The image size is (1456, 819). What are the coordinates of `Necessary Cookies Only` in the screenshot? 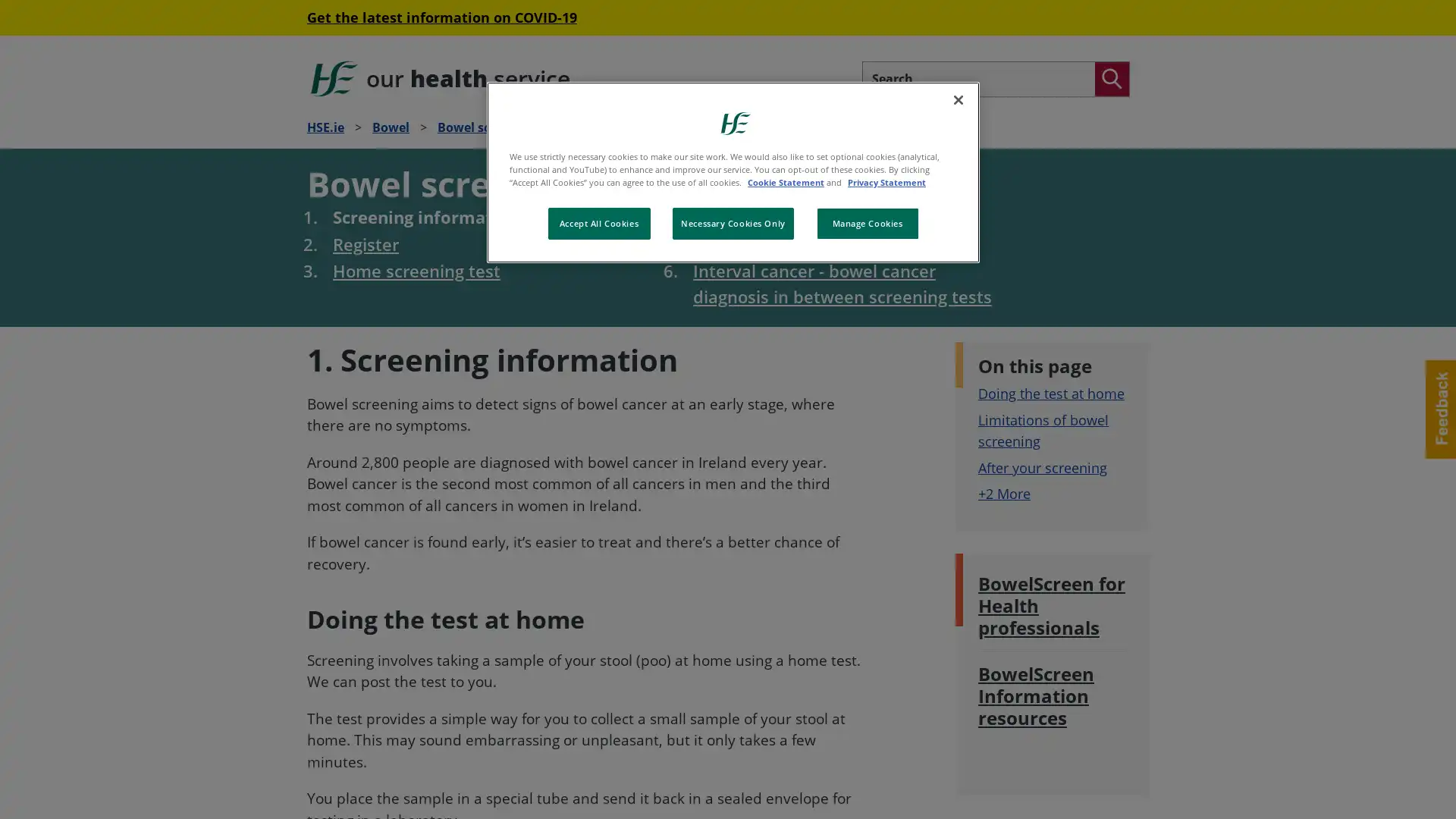 It's located at (733, 223).